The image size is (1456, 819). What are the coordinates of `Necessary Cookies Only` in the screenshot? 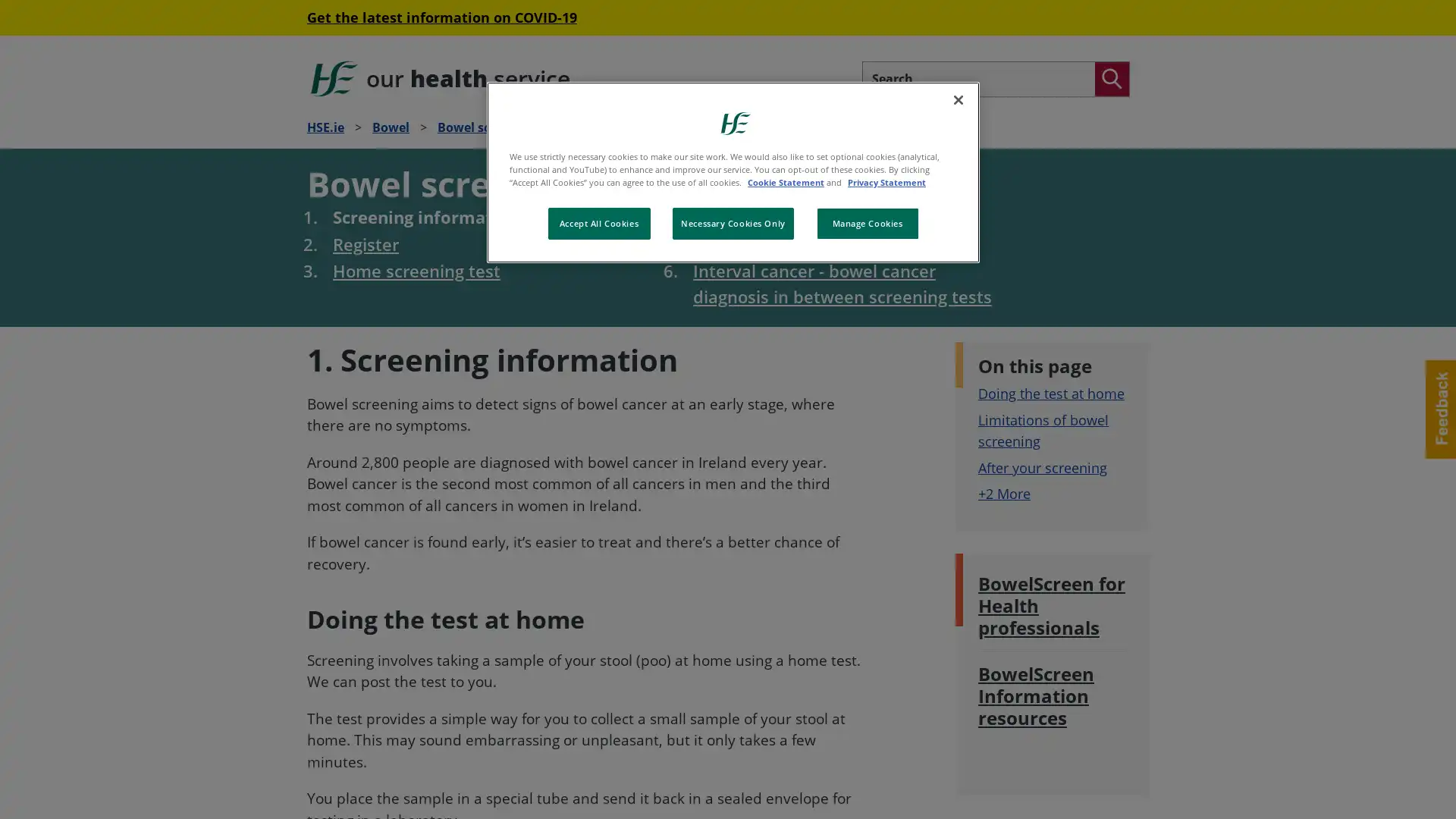 It's located at (733, 223).